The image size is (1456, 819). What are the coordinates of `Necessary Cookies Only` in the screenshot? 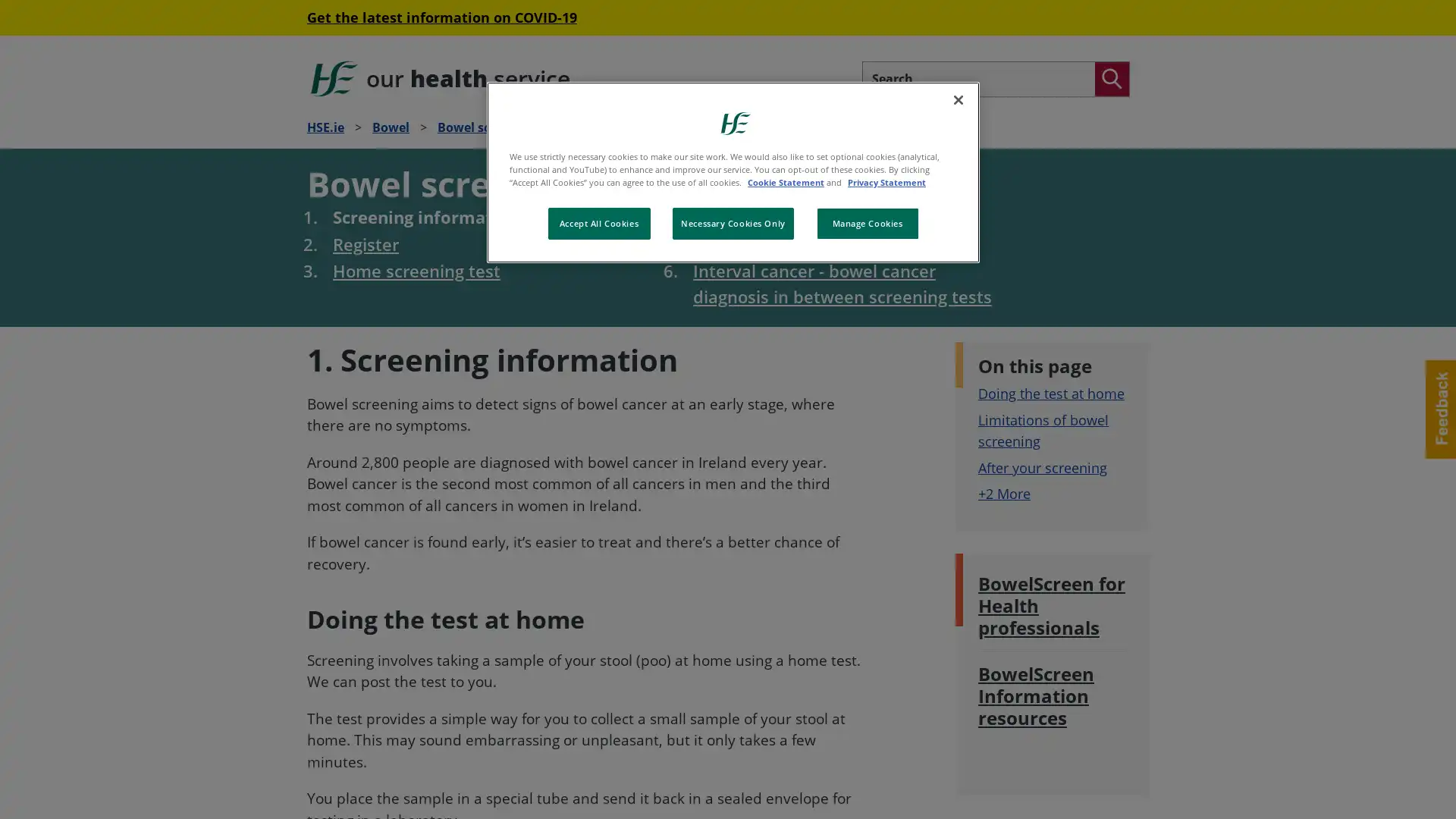 It's located at (733, 223).